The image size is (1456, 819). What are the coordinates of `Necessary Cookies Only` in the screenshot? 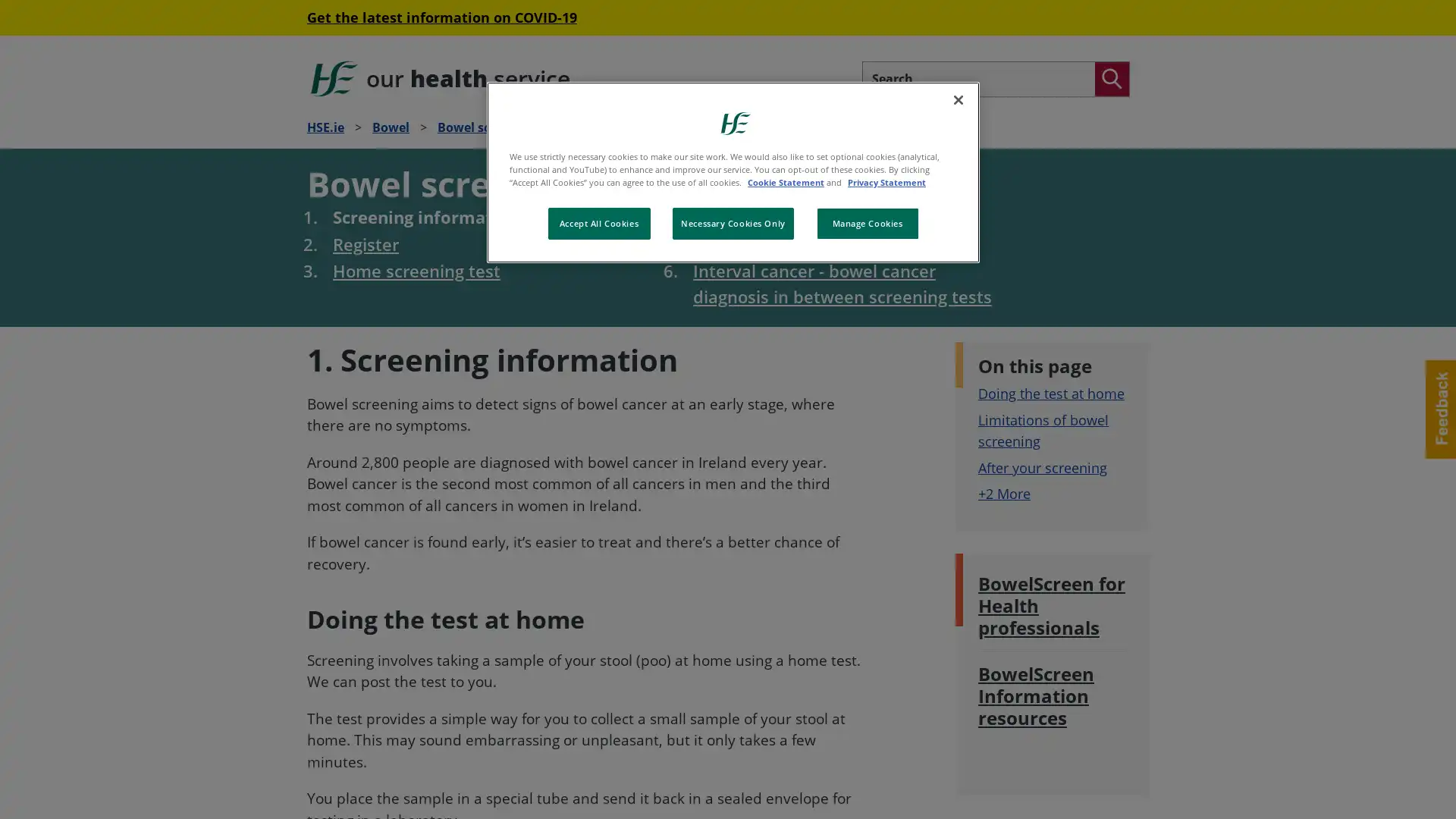 It's located at (733, 223).